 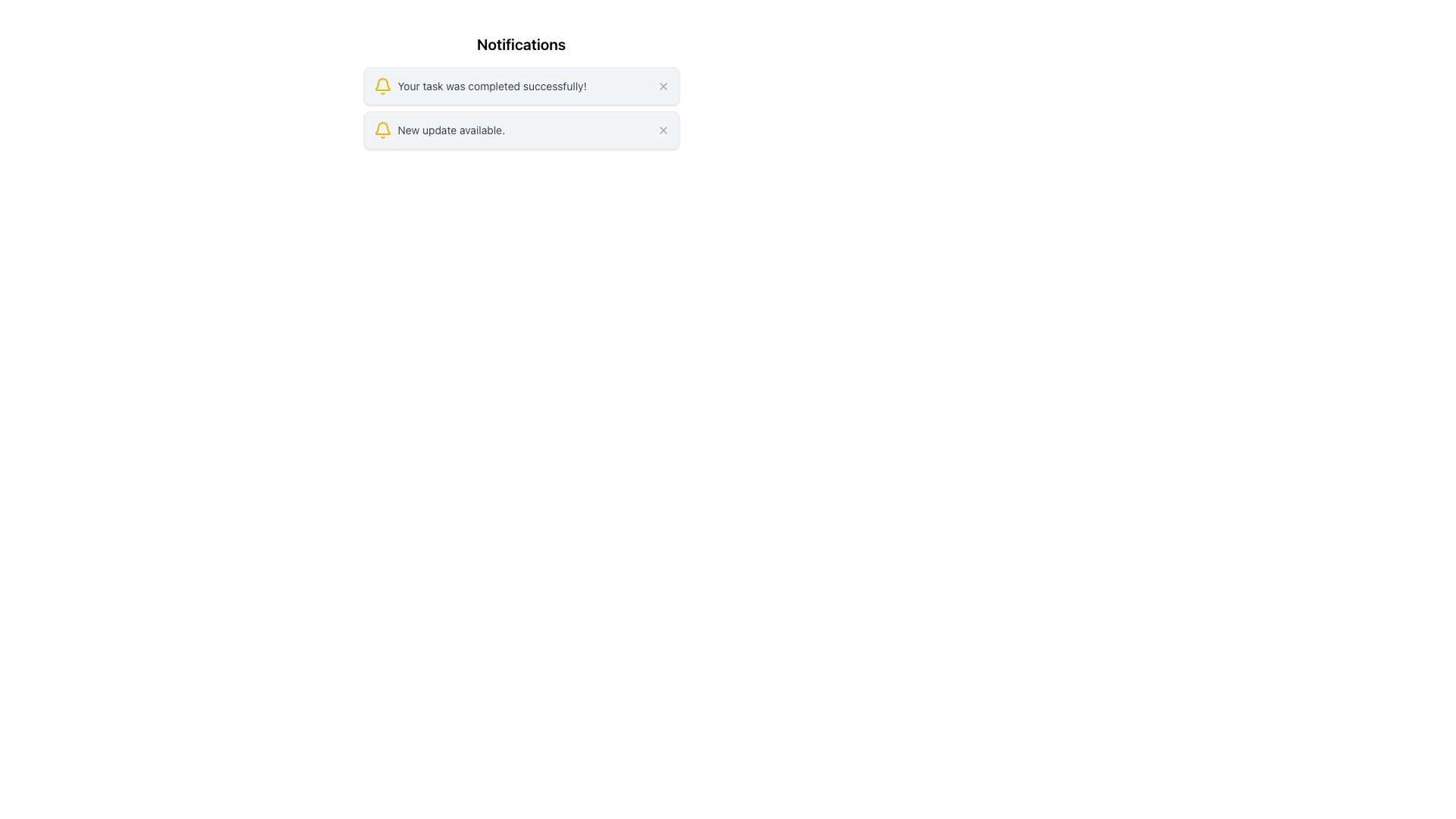 What do you see at coordinates (438, 130) in the screenshot?
I see `the text notification label that displays 'New update available.' which is located centrally in the layout below the first notification, adjacent to a yellow bell icon` at bounding box center [438, 130].